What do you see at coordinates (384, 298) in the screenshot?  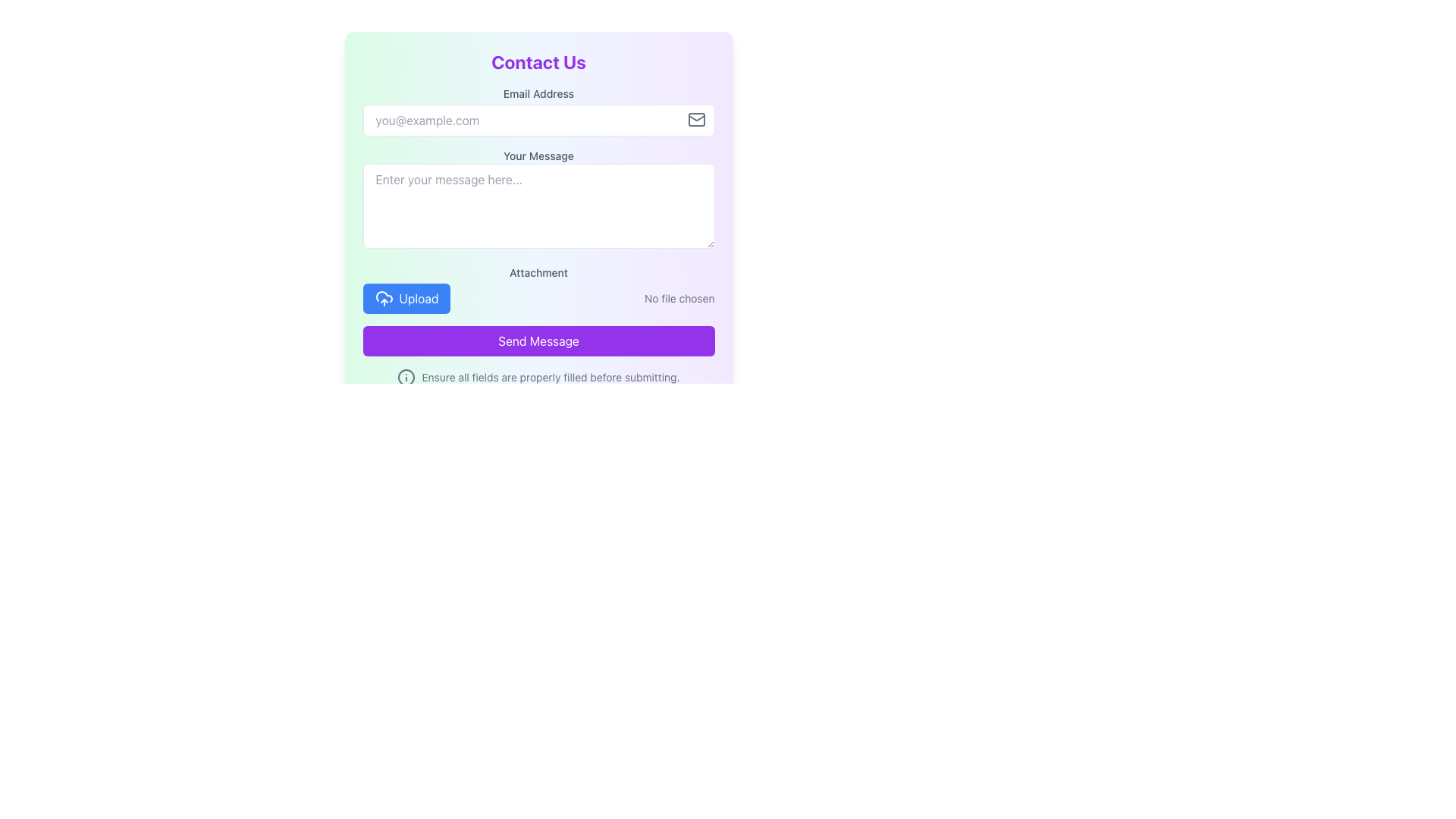 I see `the cloud upload icon located within the blue 'Upload' button, which is positioned beneath the 'Your Message' text area` at bounding box center [384, 298].